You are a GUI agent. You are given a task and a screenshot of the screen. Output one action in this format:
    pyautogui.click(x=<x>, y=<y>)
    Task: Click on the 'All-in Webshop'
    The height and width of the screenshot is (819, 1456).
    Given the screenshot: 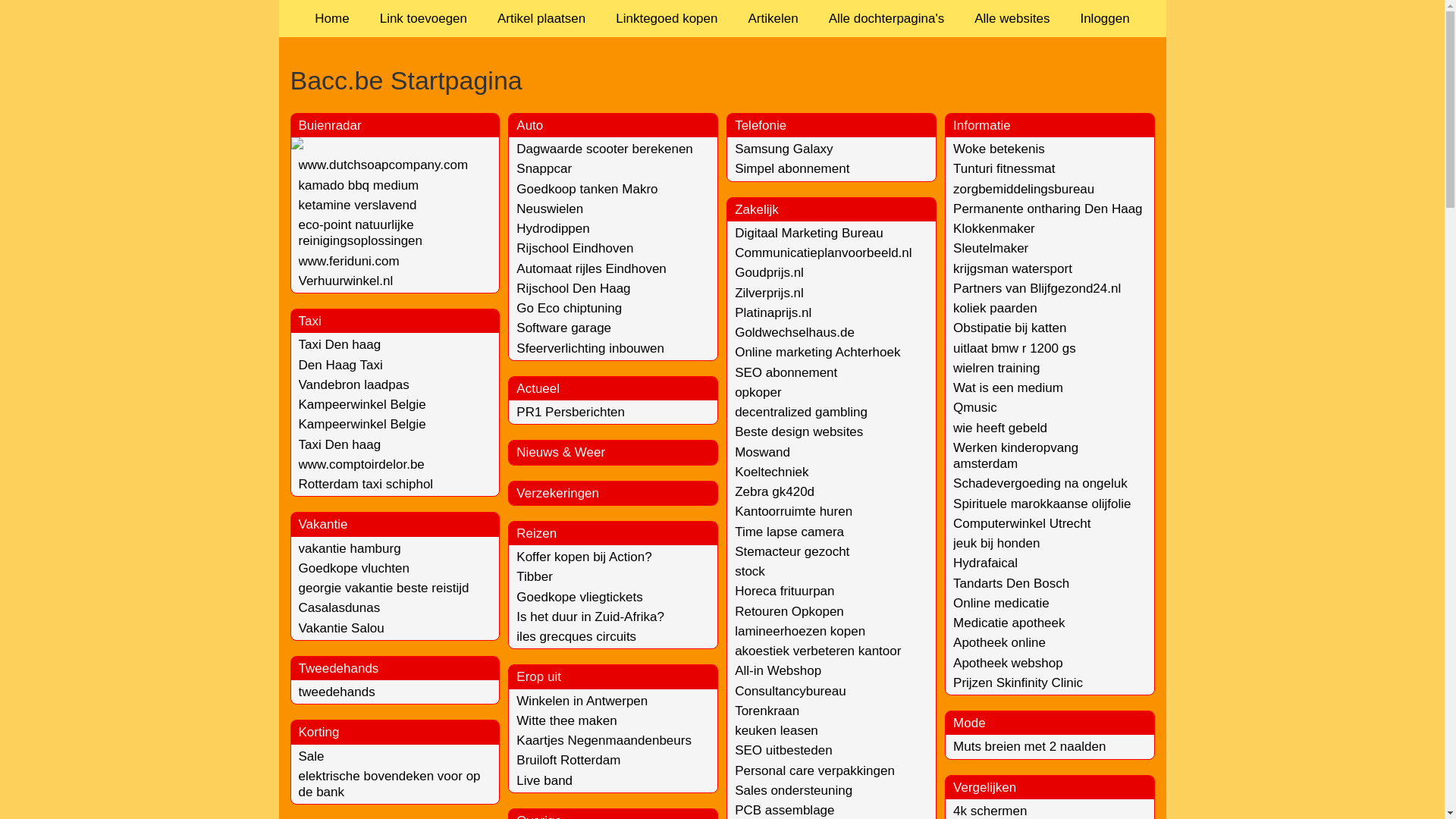 What is the action you would take?
    pyautogui.click(x=778, y=670)
    